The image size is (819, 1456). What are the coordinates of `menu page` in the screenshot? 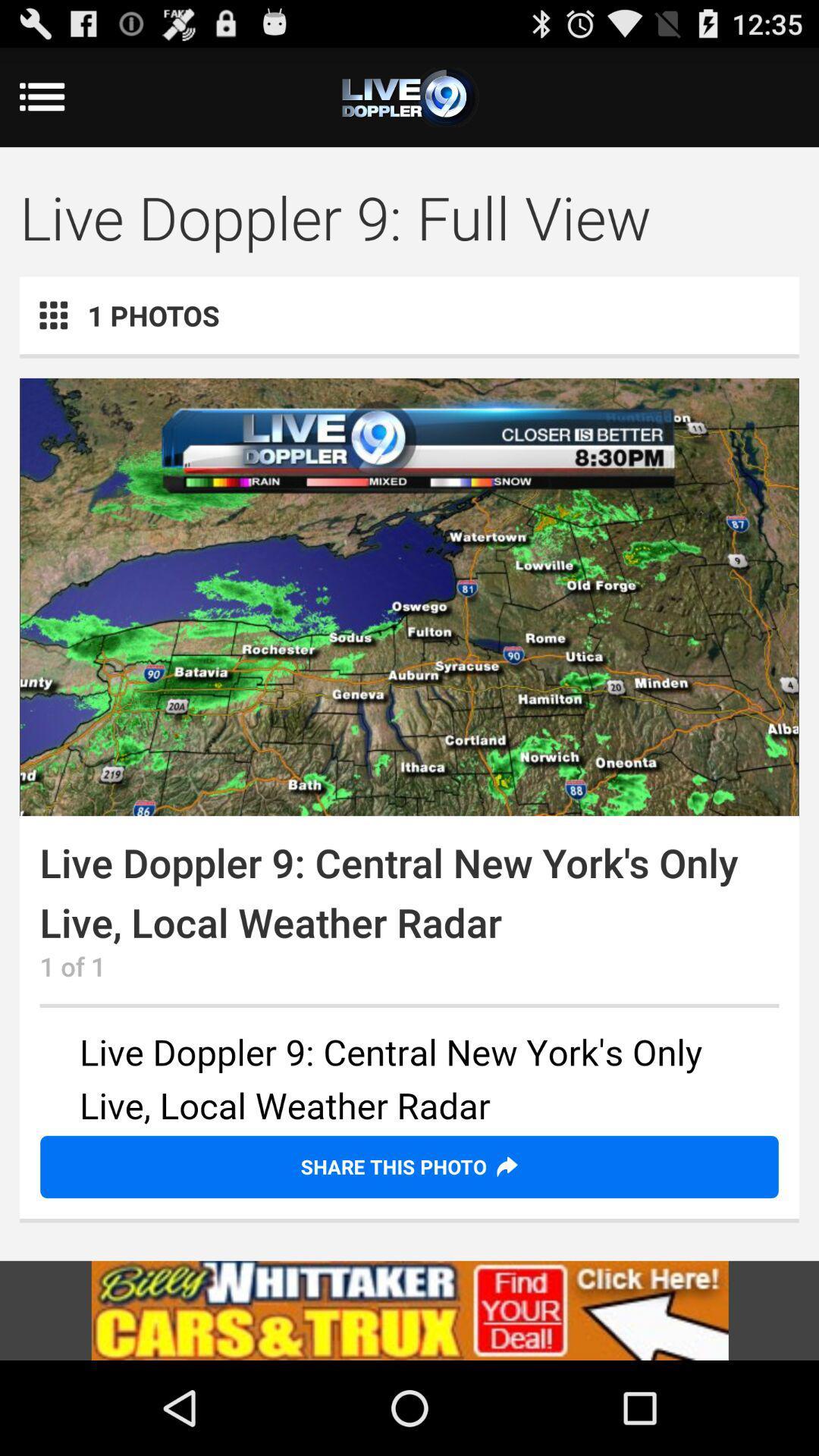 It's located at (409, 96).